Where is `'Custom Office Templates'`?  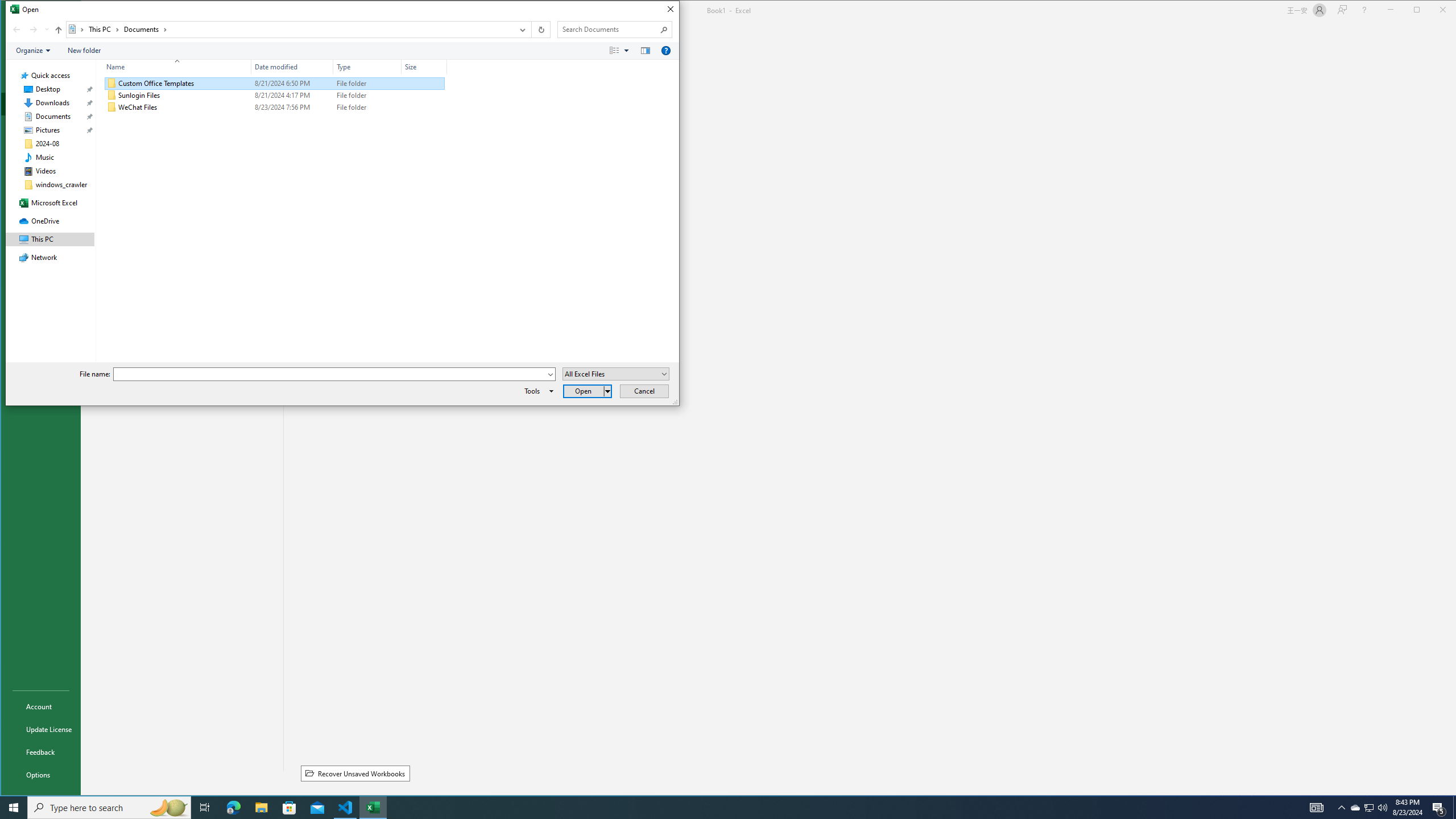
'Custom Office Templates' is located at coordinates (274, 82).